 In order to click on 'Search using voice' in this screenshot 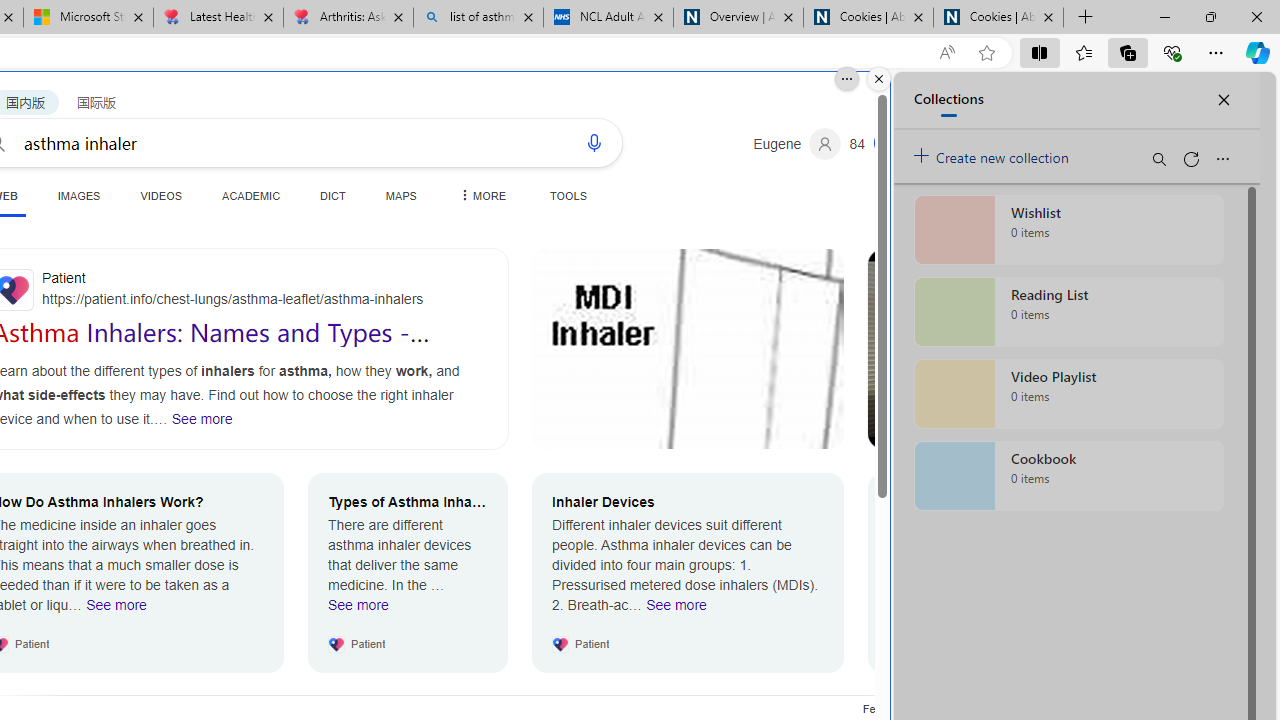, I will do `click(592, 141)`.